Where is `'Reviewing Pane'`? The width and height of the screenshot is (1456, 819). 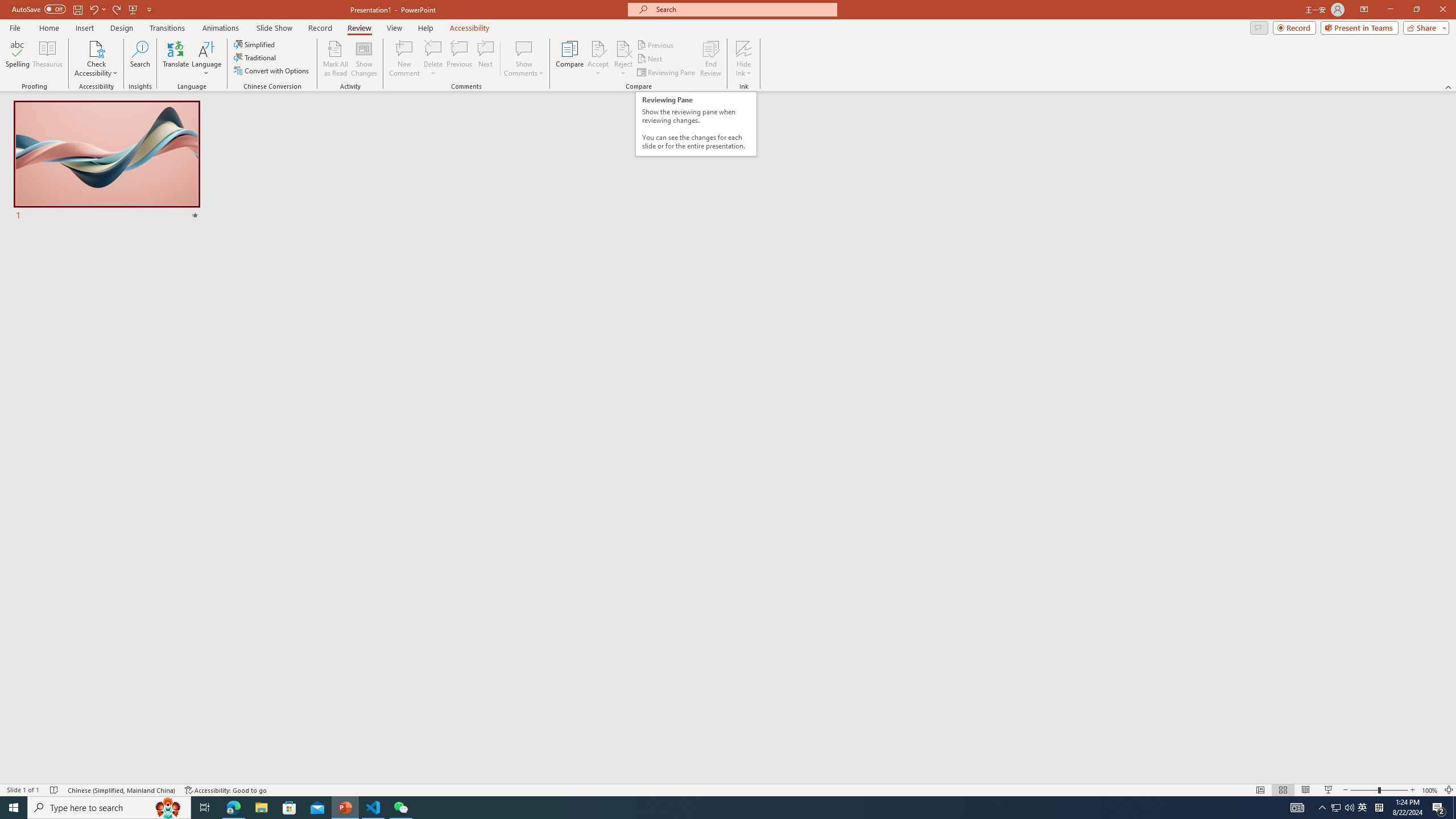 'Reviewing Pane' is located at coordinates (666, 72).